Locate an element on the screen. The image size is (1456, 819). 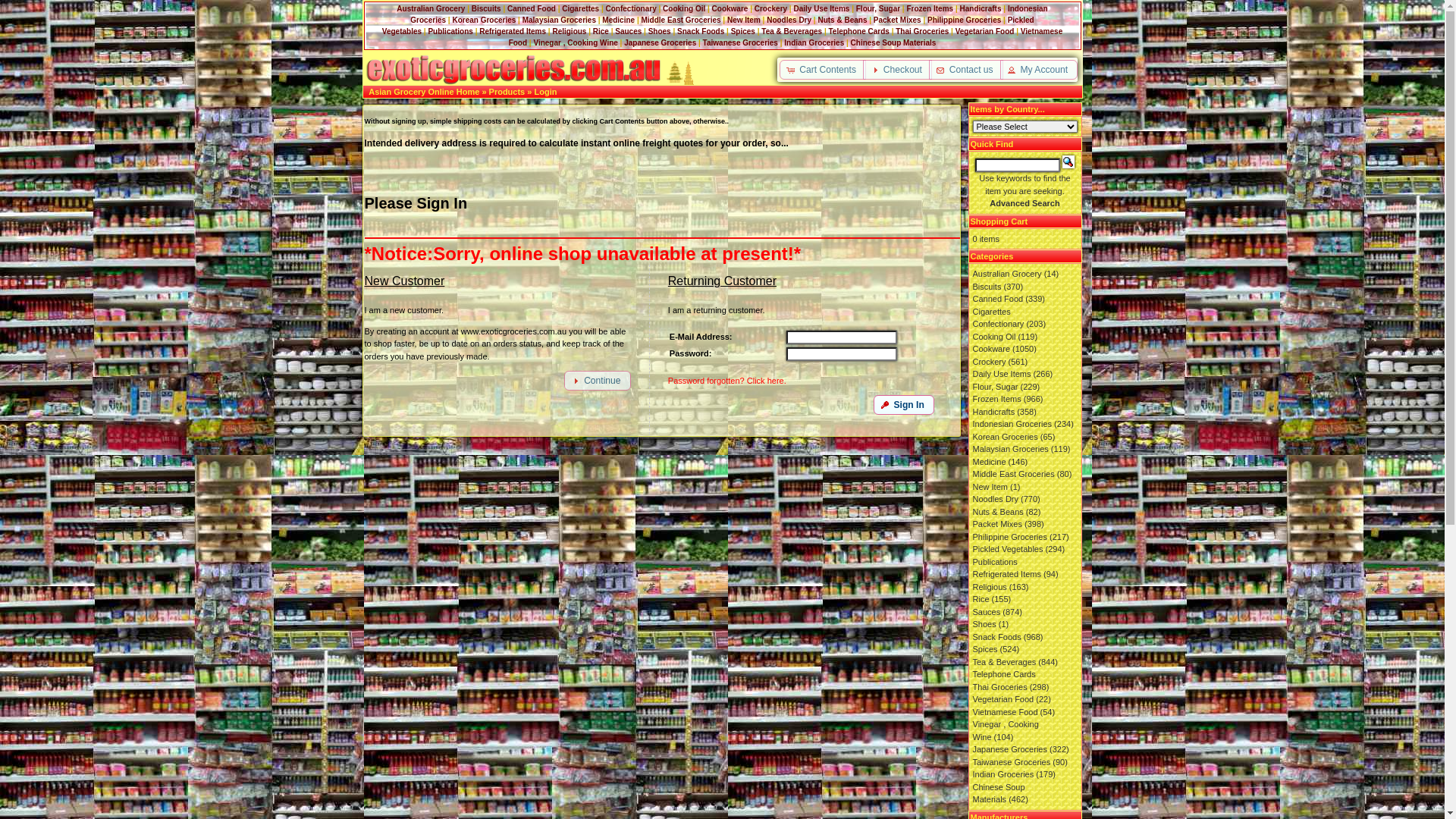
'Snack Foods' is located at coordinates (699, 31).